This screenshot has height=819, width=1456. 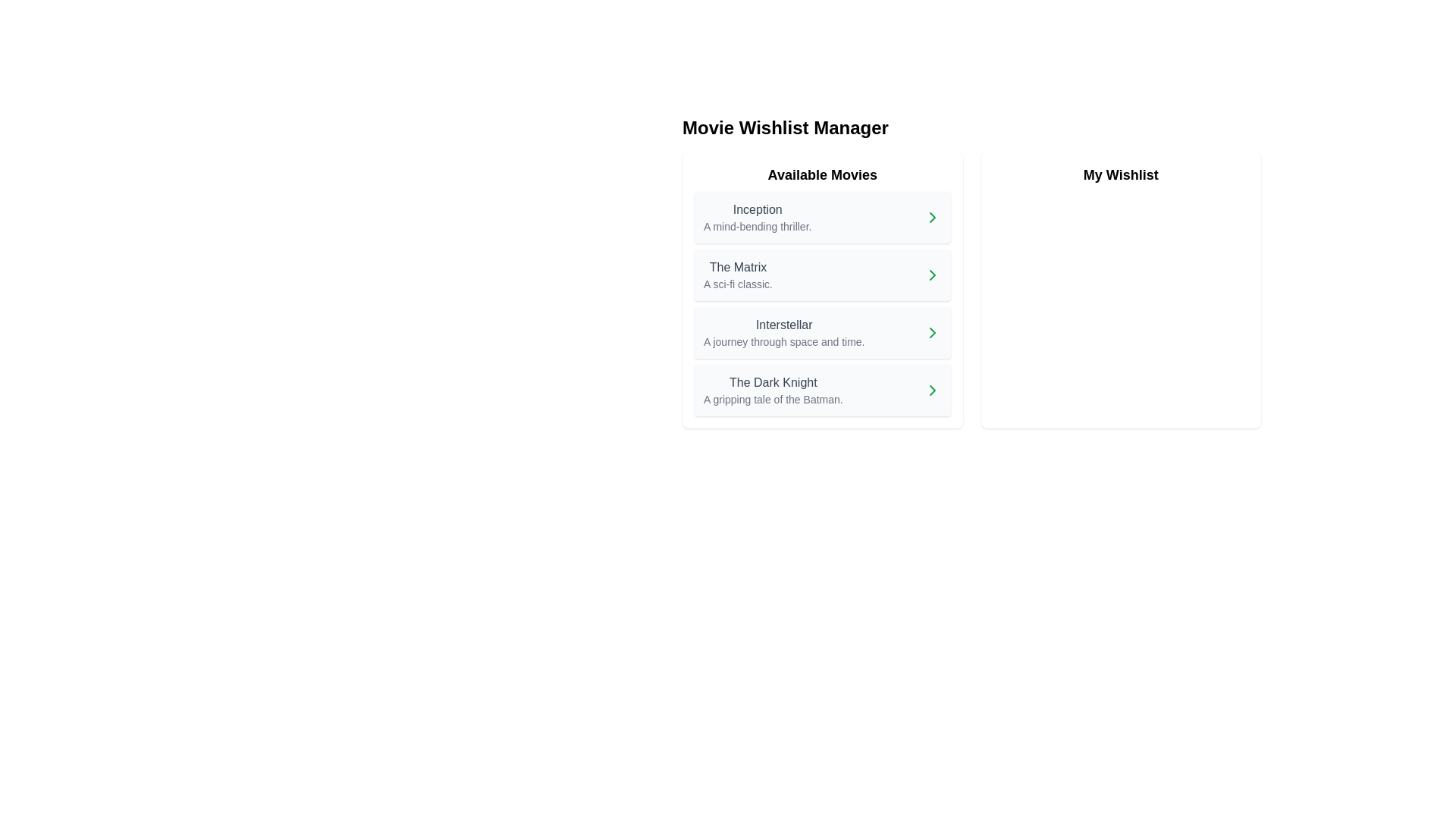 What do you see at coordinates (931, 390) in the screenshot?
I see `the button indicating navigation or selection for 'The Dark Knight'` at bounding box center [931, 390].